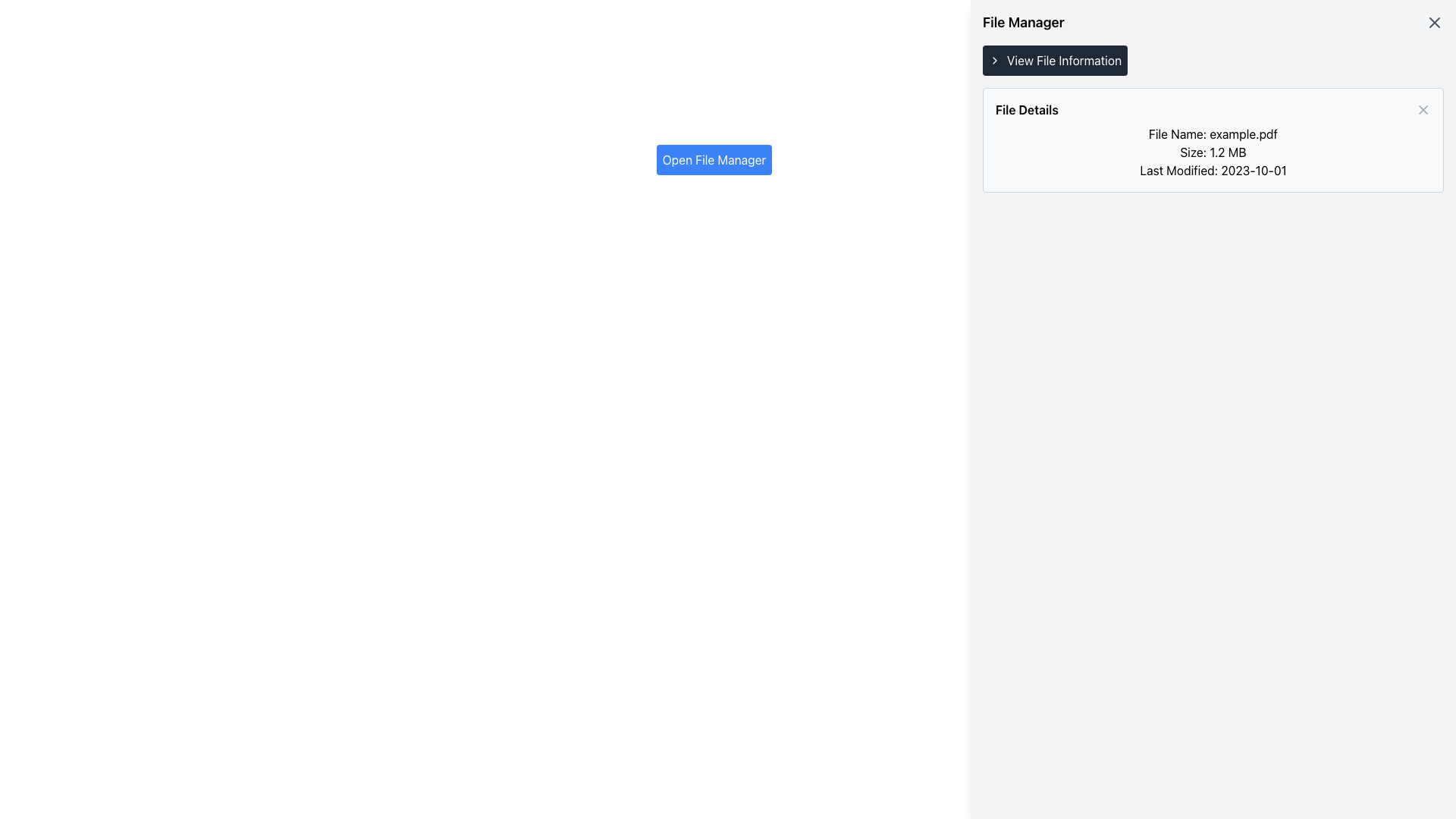 The width and height of the screenshot is (1456, 819). Describe the element at coordinates (713, 160) in the screenshot. I see `the medium-sized button with a blue background and white text reading 'Open File Manager'` at that location.